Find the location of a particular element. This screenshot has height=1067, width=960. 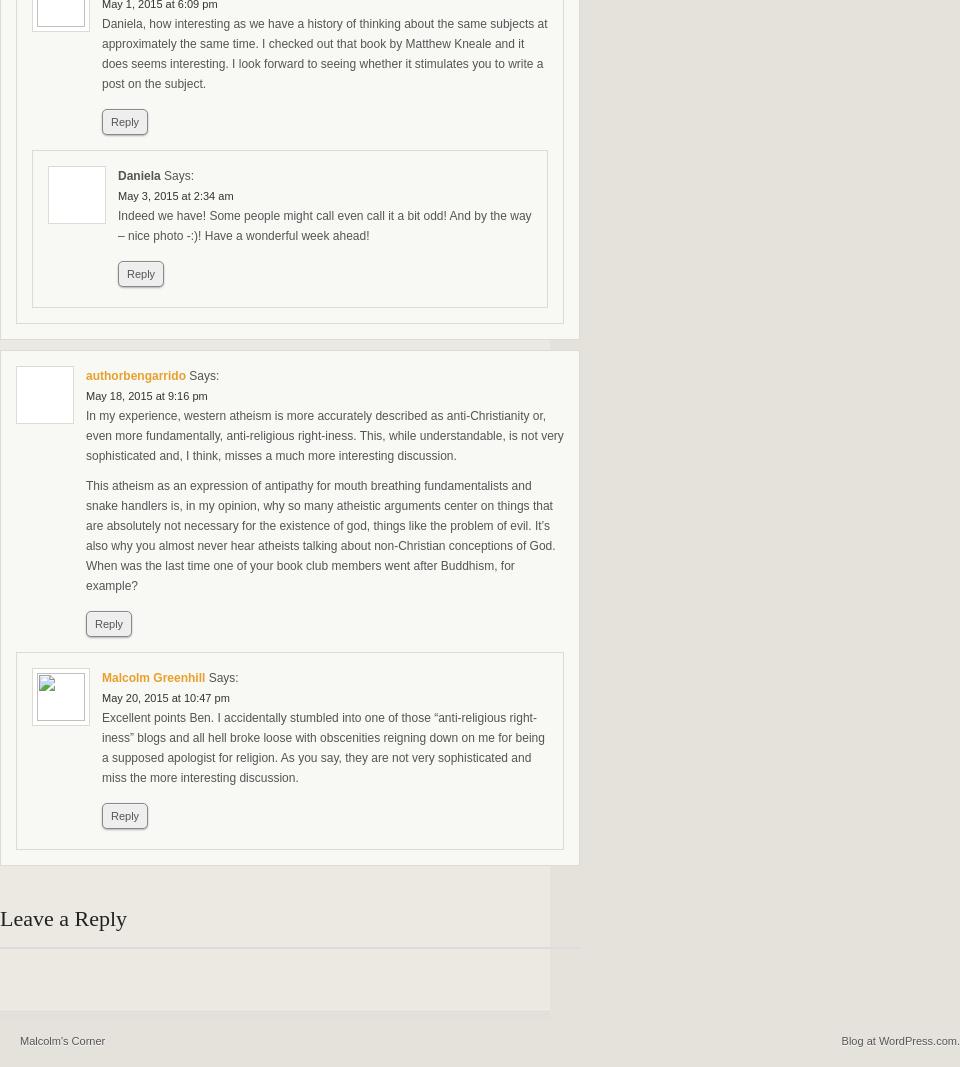

'Daniela' is located at coordinates (117, 174).